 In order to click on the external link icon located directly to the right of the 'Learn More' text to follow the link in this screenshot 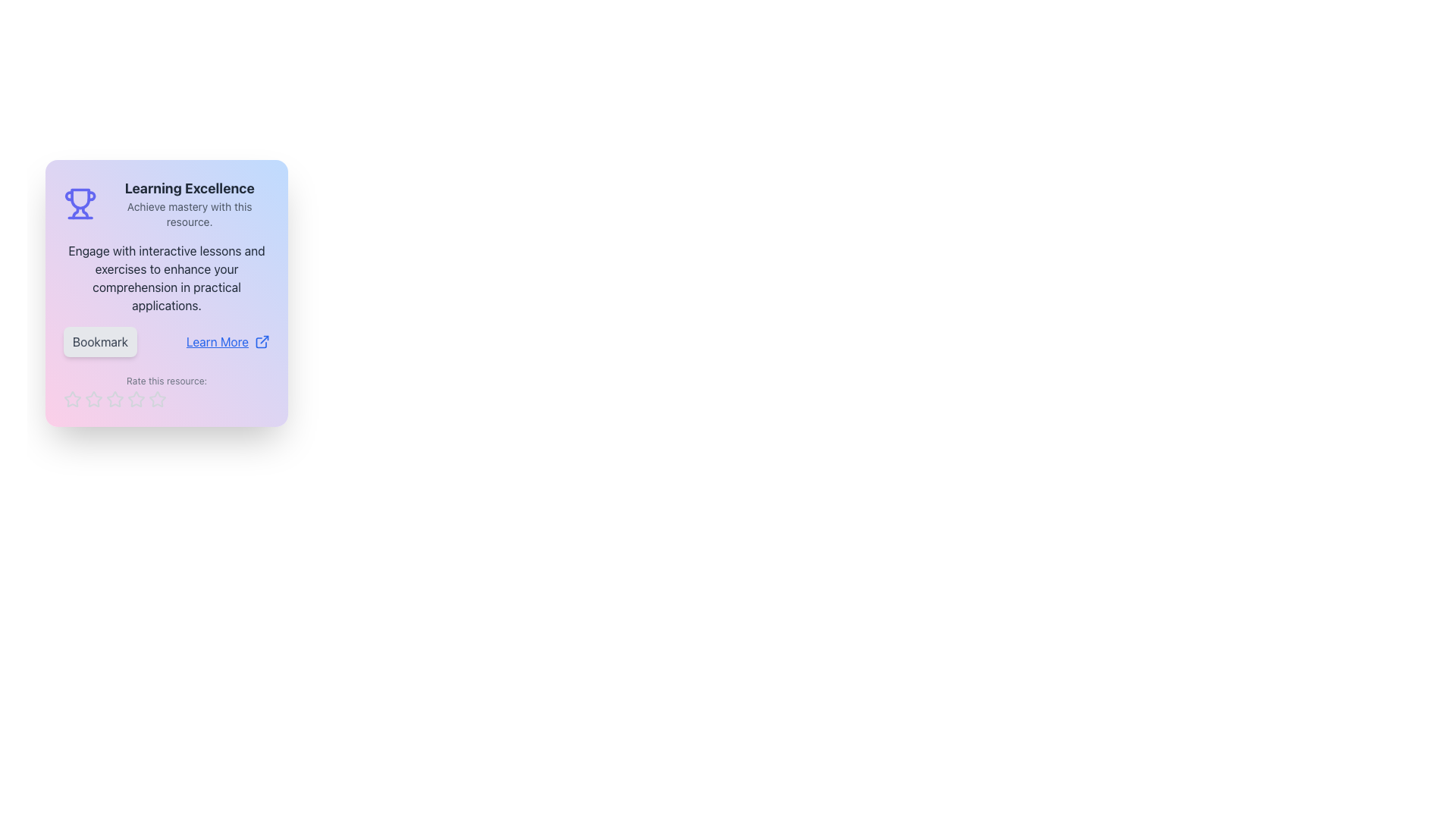, I will do `click(262, 342)`.